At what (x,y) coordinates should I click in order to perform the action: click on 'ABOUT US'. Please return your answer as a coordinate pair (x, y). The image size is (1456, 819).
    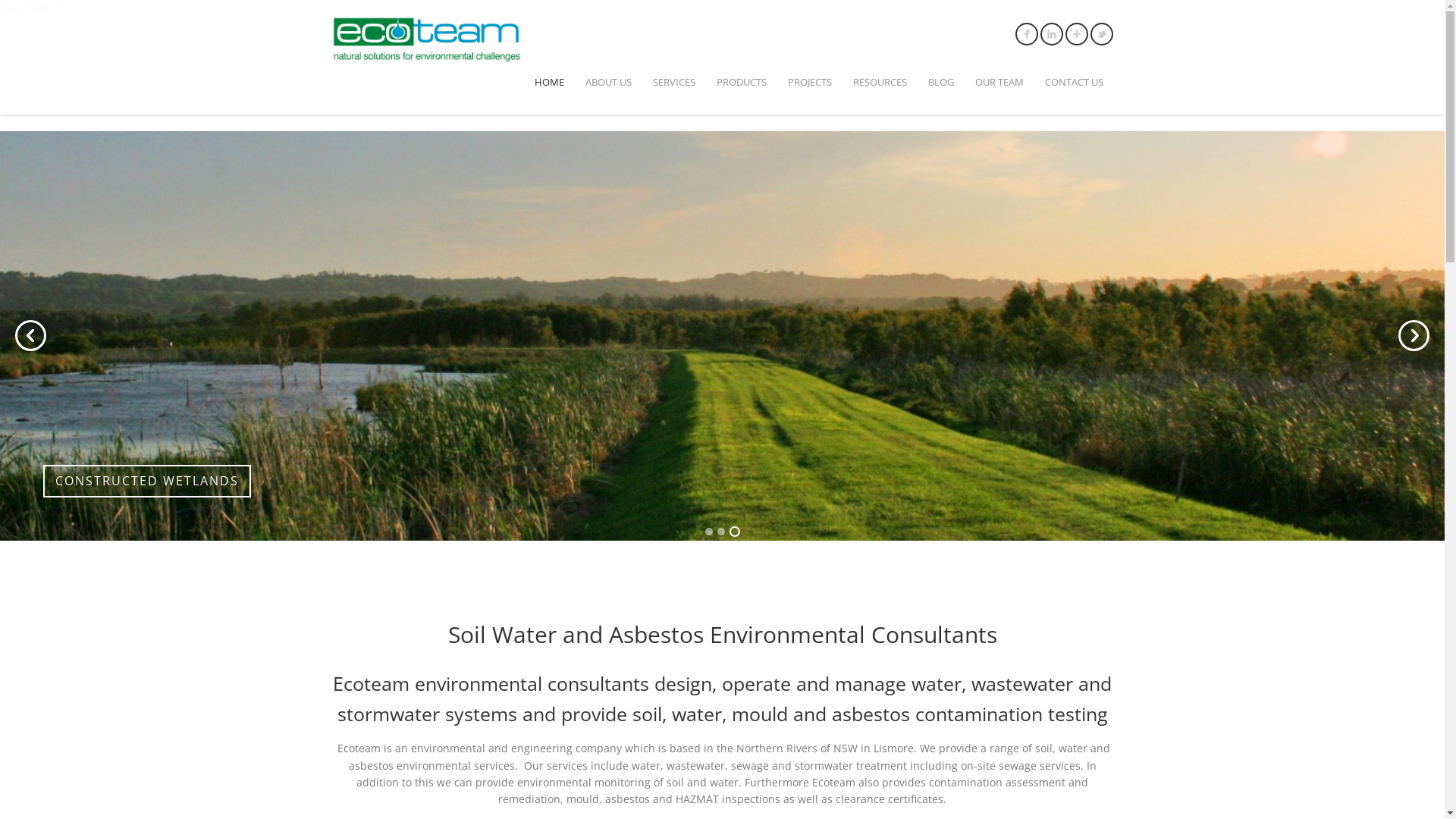
    Looking at the image, I should click on (608, 82).